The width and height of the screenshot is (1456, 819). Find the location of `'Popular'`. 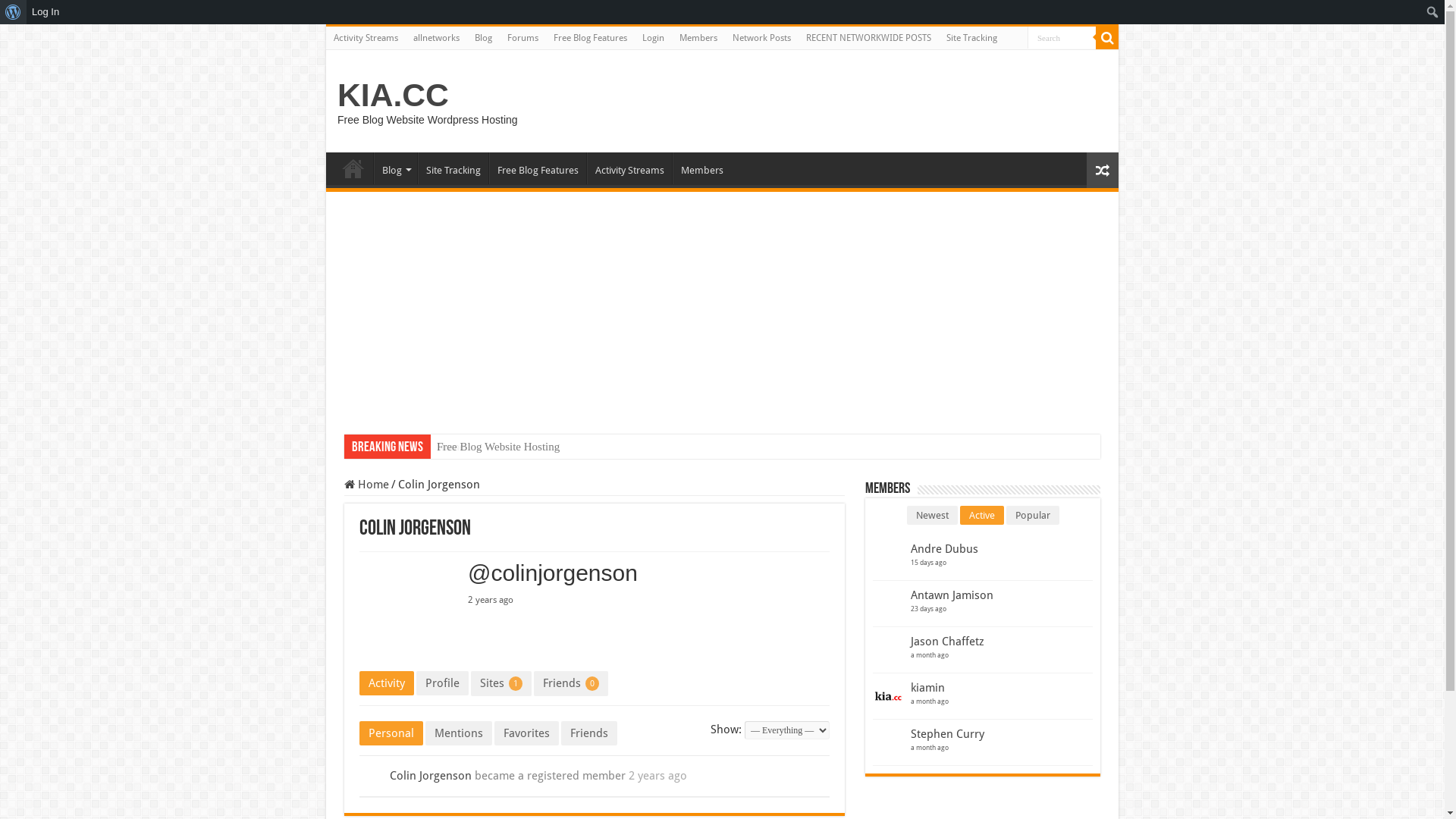

'Popular' is located at coordinates (1031, 514).